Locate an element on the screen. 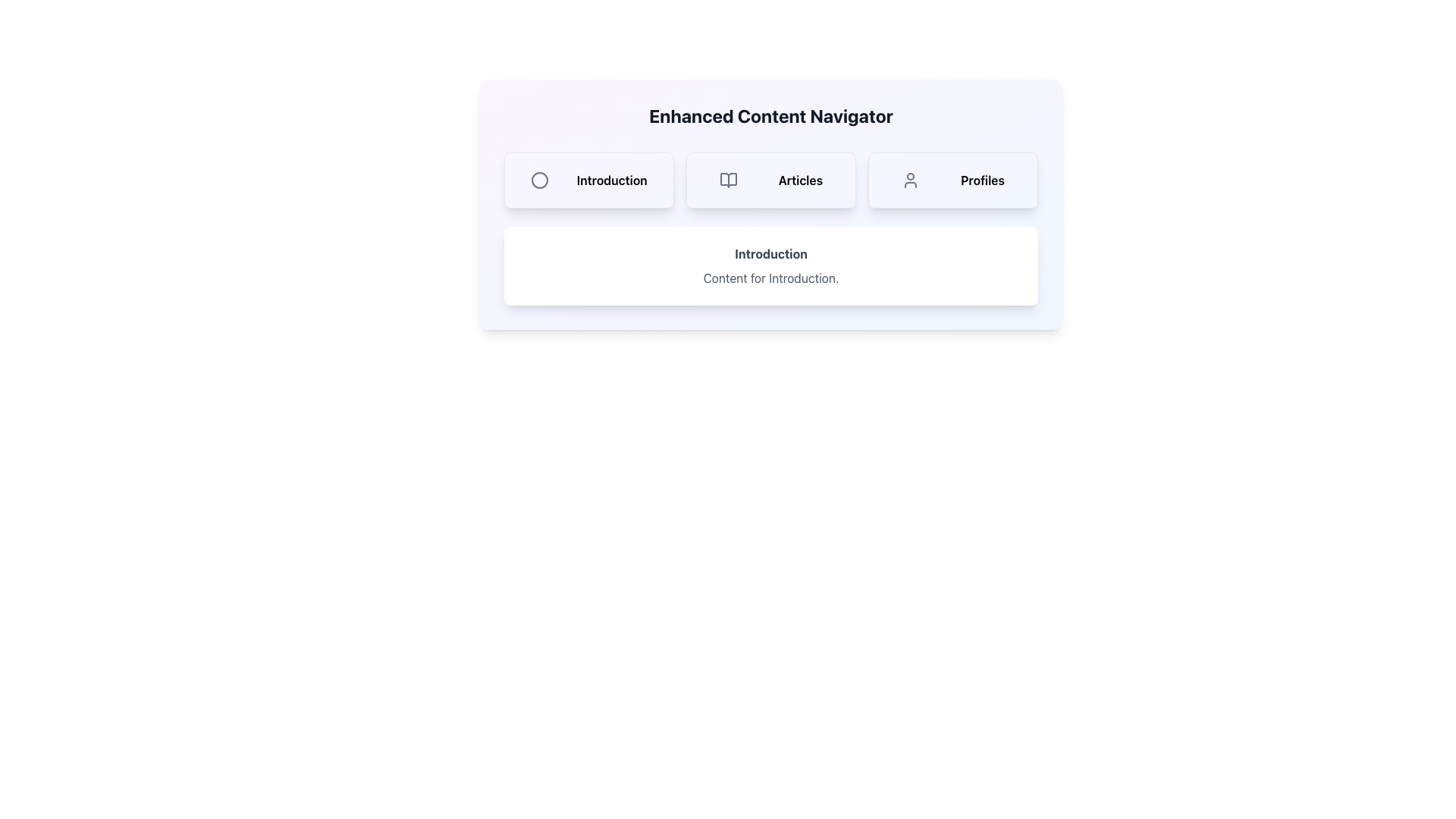  the keyboard navigation on the 'Articles' clickable navigation panel is located at coordinates (771, 180).